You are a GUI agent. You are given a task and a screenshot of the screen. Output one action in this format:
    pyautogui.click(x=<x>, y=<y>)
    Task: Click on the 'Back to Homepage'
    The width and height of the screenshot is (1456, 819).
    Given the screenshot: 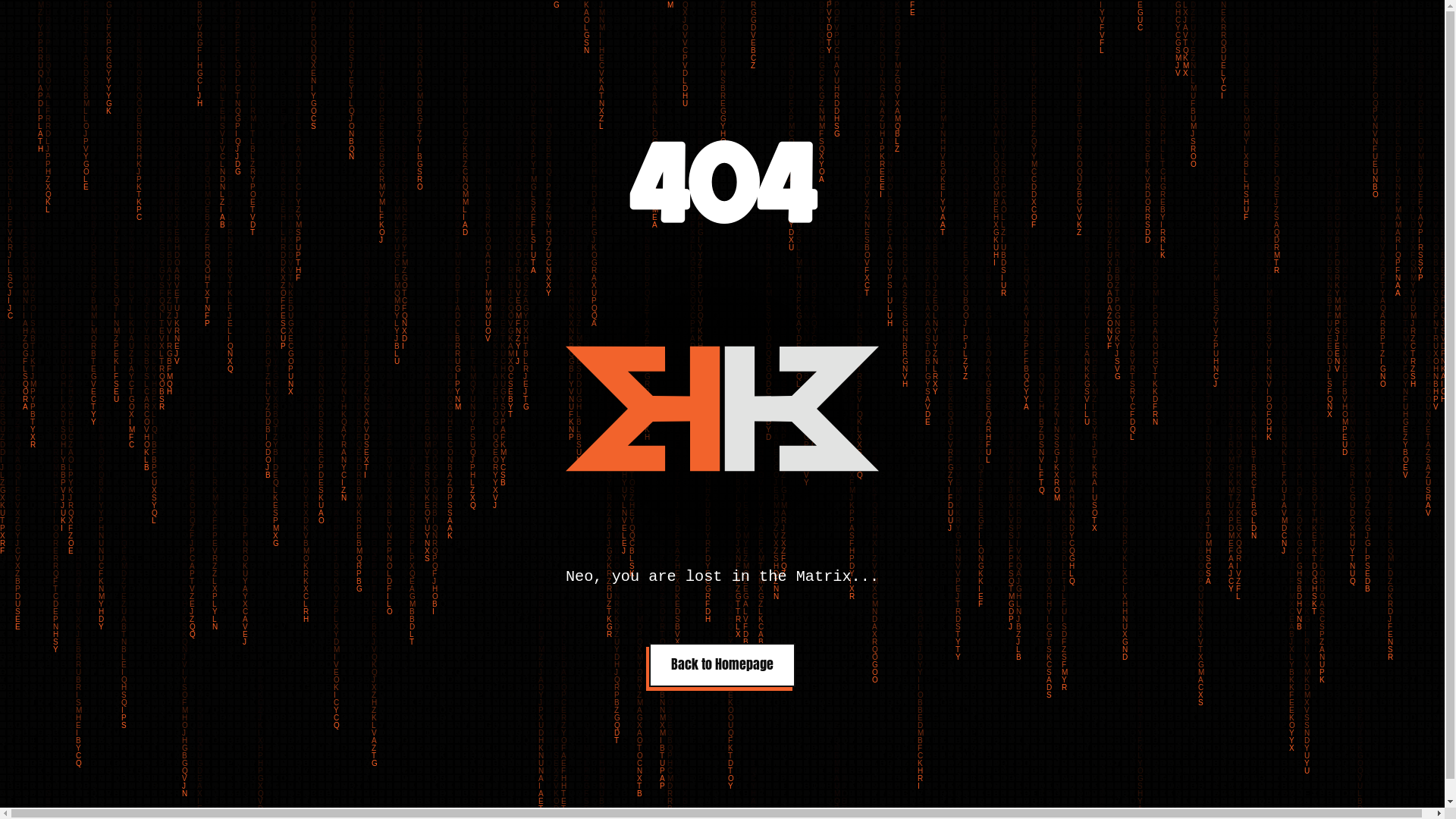 What is the action you would take?
    pyautogui.click(x=721, y=664)
    